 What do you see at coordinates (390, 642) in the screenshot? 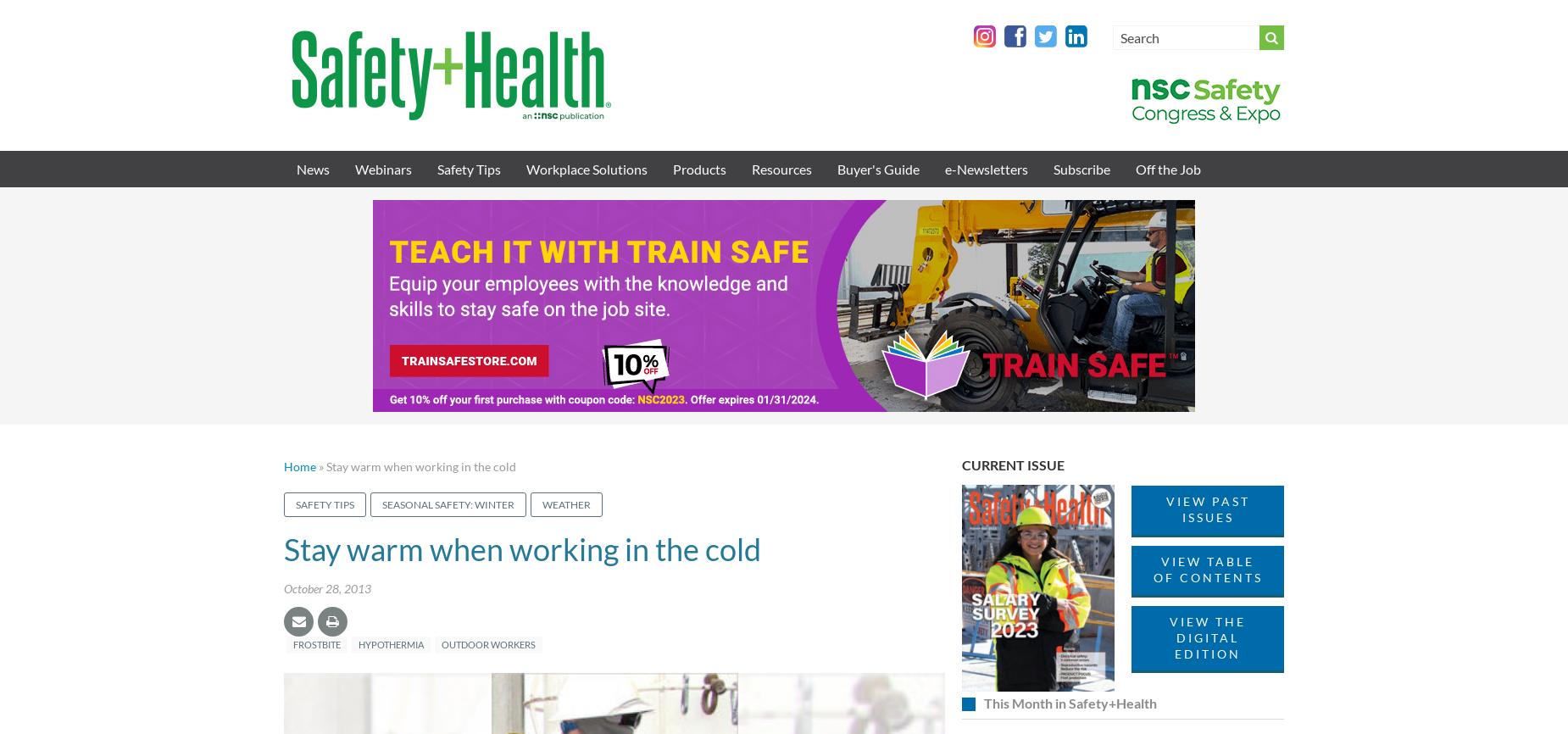
I see `'Hypothermia'` at bounding box center [390, 642].